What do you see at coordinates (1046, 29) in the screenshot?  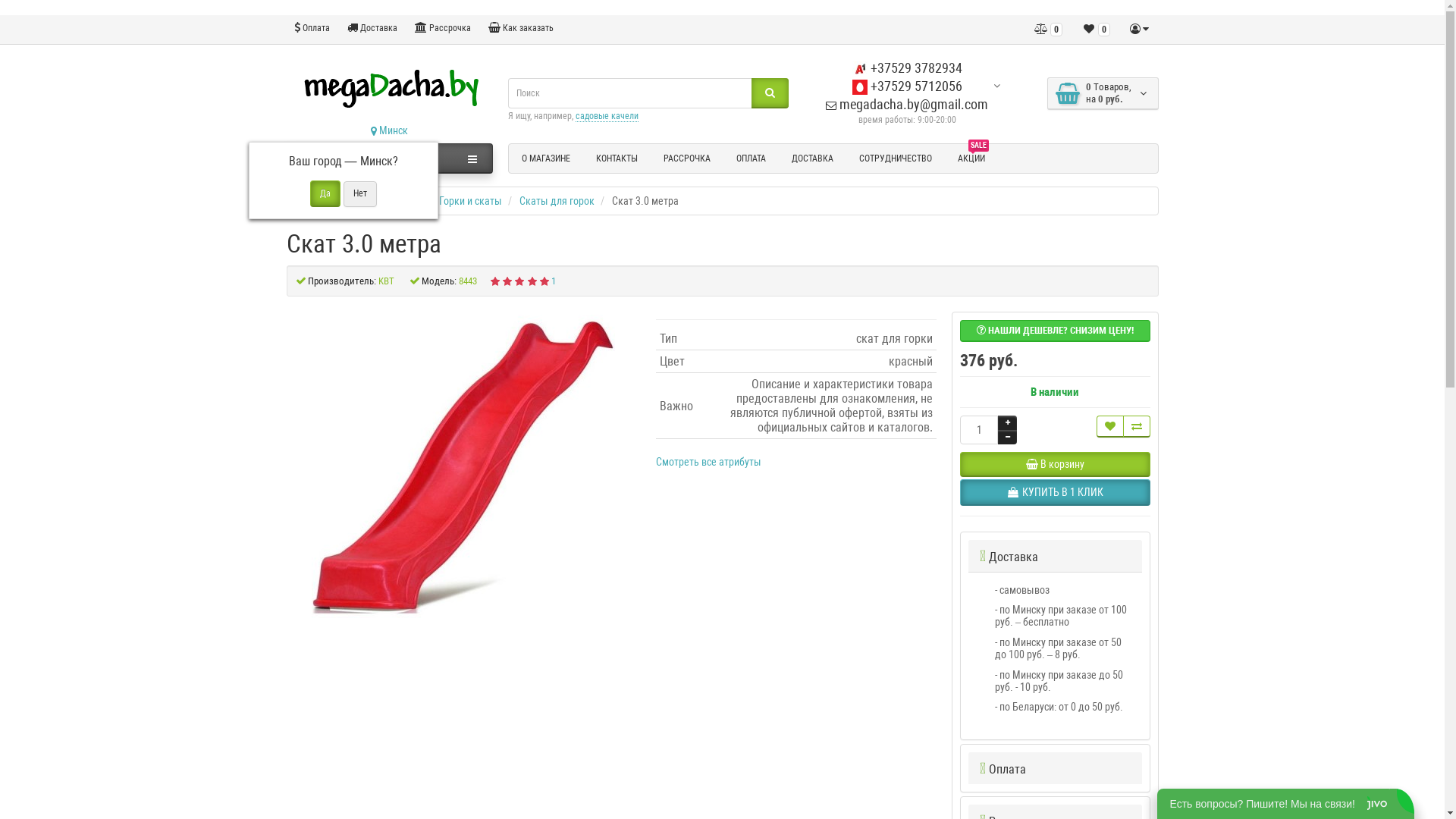 I see `'0'` at bounding box center [1046, 29].